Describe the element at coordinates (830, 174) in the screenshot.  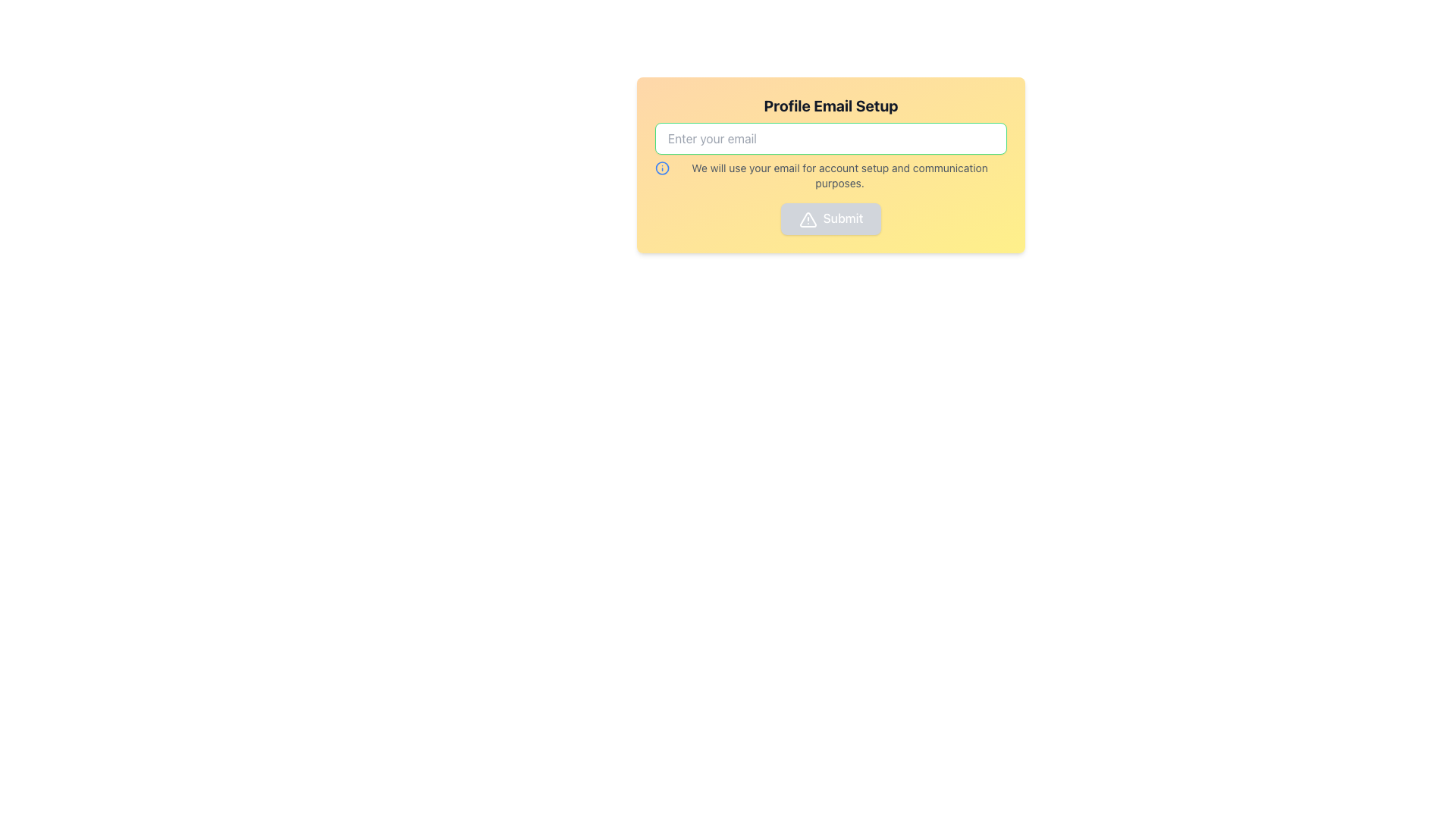
I see `text contents of the Text Block with Icon that displays information regarding email usage for account setup and communication purposes` at that location.